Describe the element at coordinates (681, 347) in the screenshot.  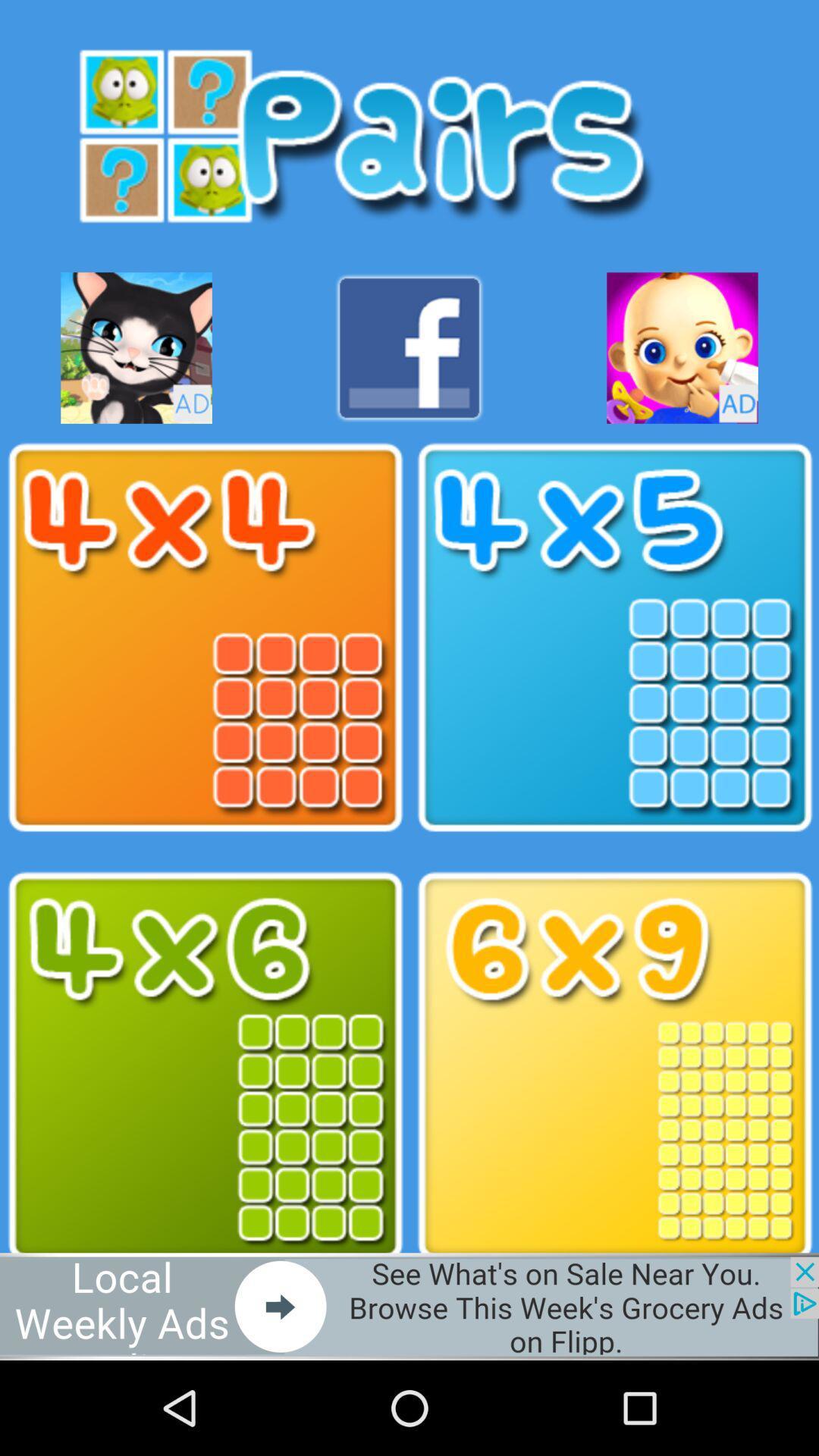
I see `game page` at that location.